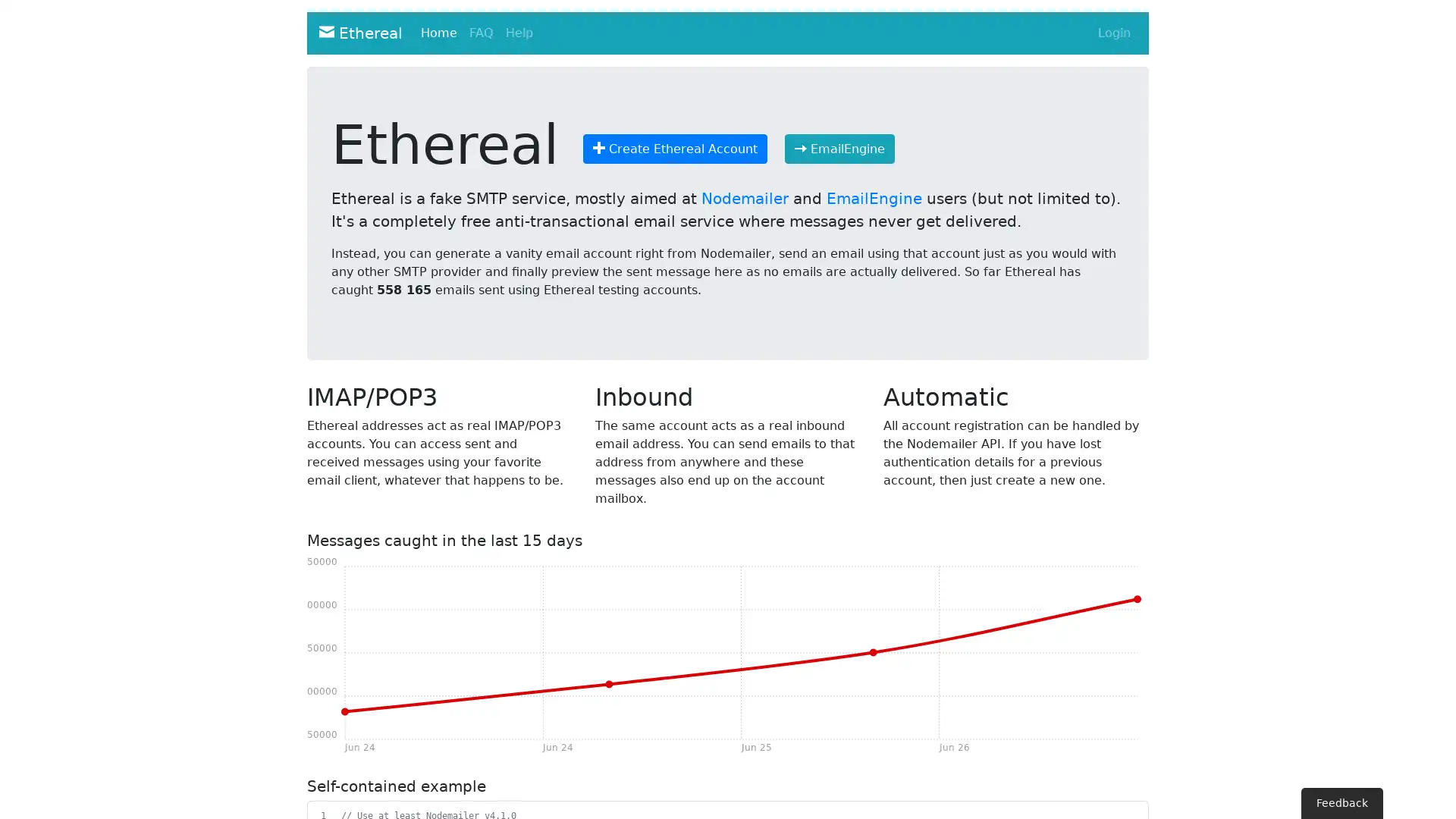 The height and width of the screenshot is (819, 1456). Describe the element at coordinates (674, 149) in the screenshot. I see `Create Ethereal Account` at that location.